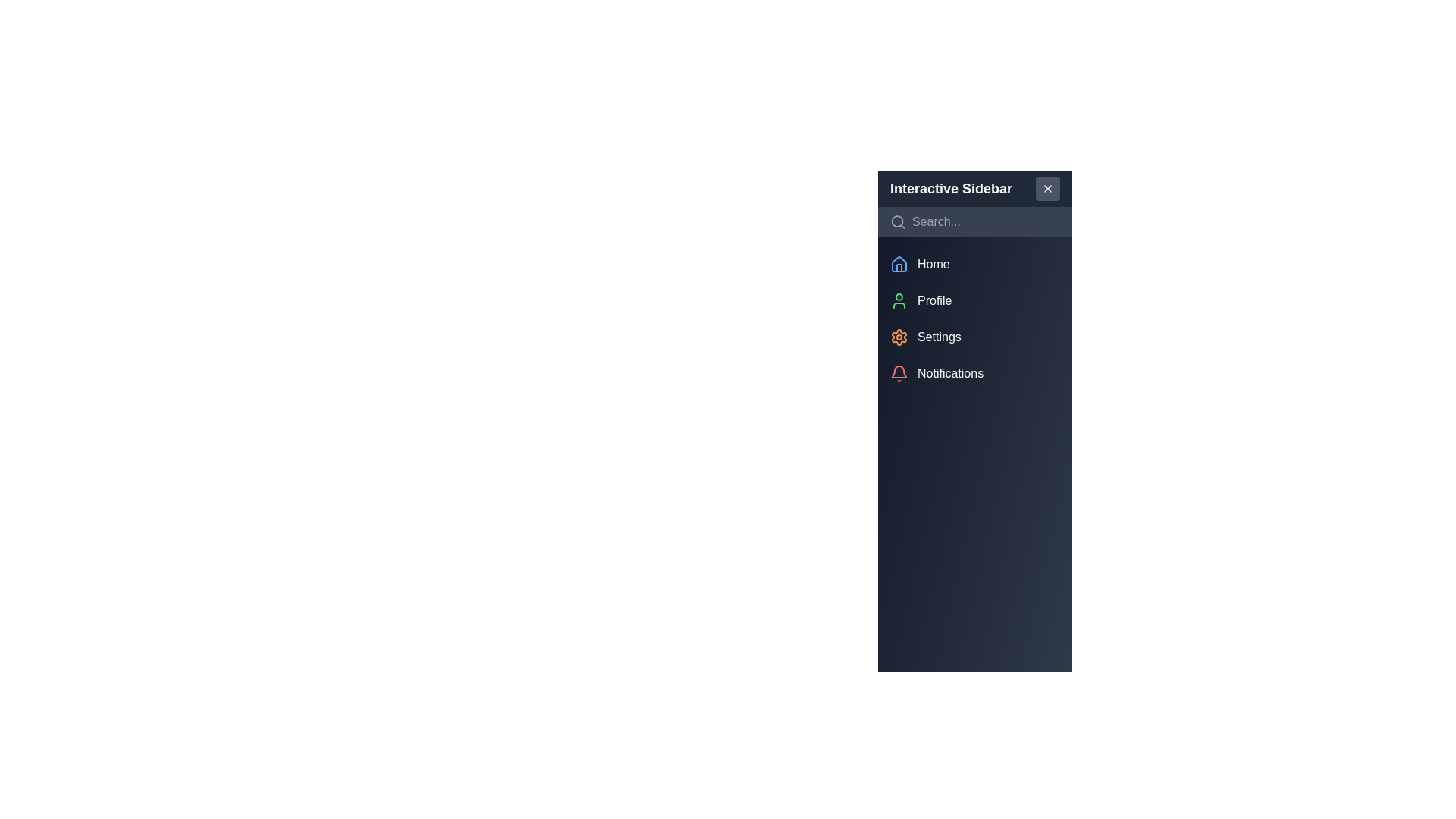  Describe the element at coordinates (933, 263) in the screenshot. I see `the 'Home' text label in the vertical sidebar menu` at that location.